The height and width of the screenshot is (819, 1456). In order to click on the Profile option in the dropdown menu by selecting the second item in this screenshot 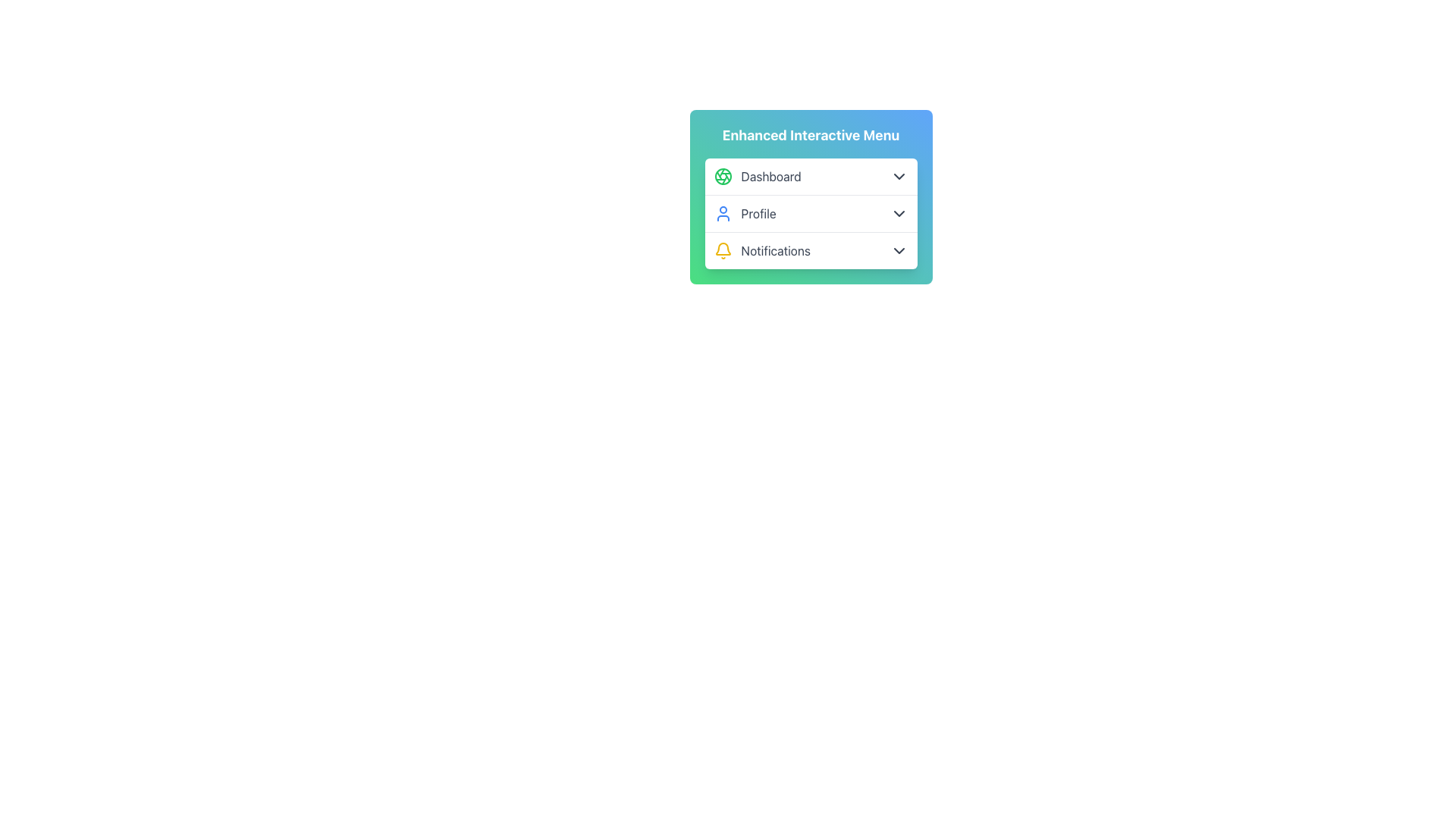, I will do `click(810, 213)`.